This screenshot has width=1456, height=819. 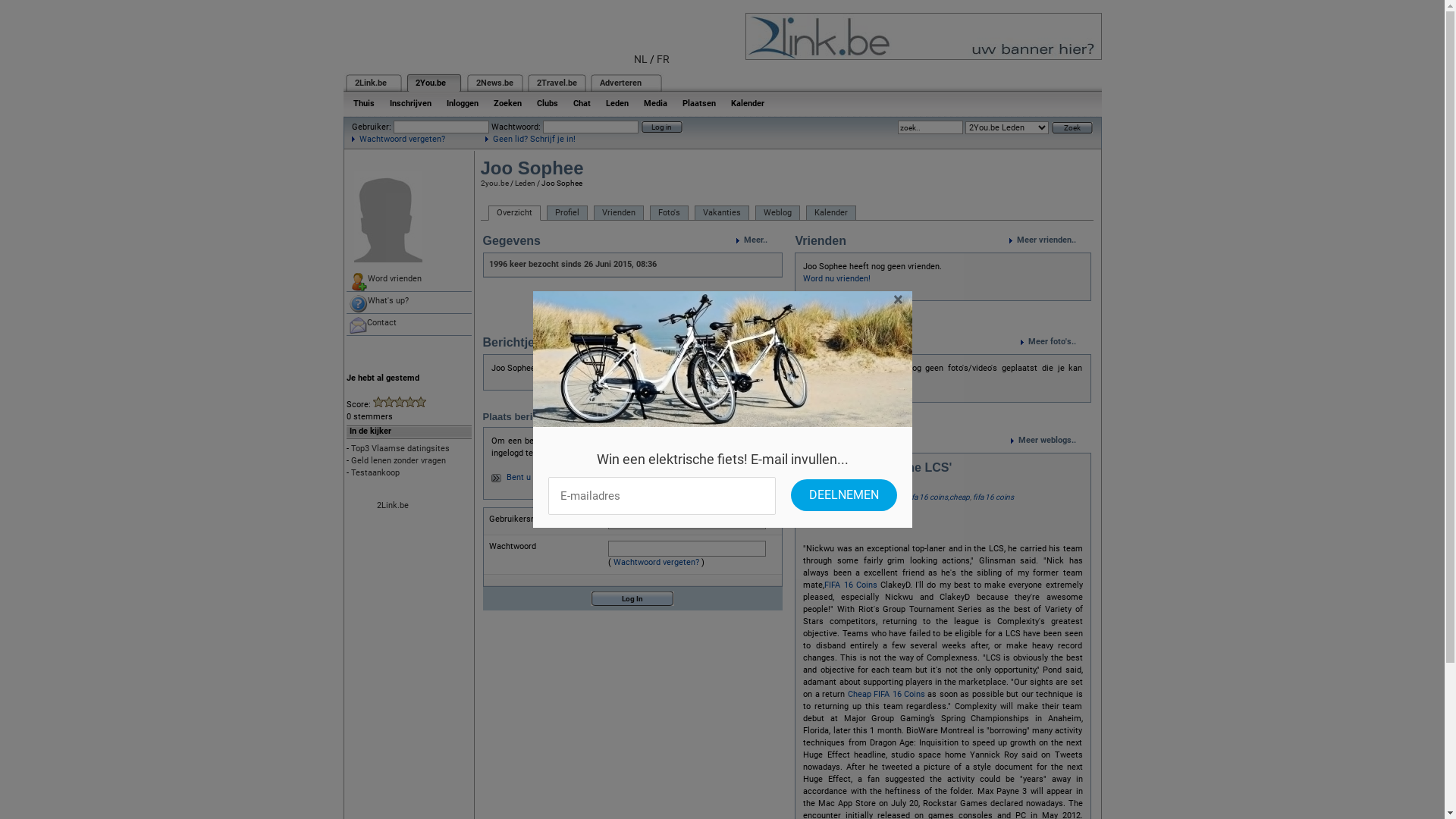 I want to click on 'fifa 16 coins,cheap', so click(x=937, y=497).